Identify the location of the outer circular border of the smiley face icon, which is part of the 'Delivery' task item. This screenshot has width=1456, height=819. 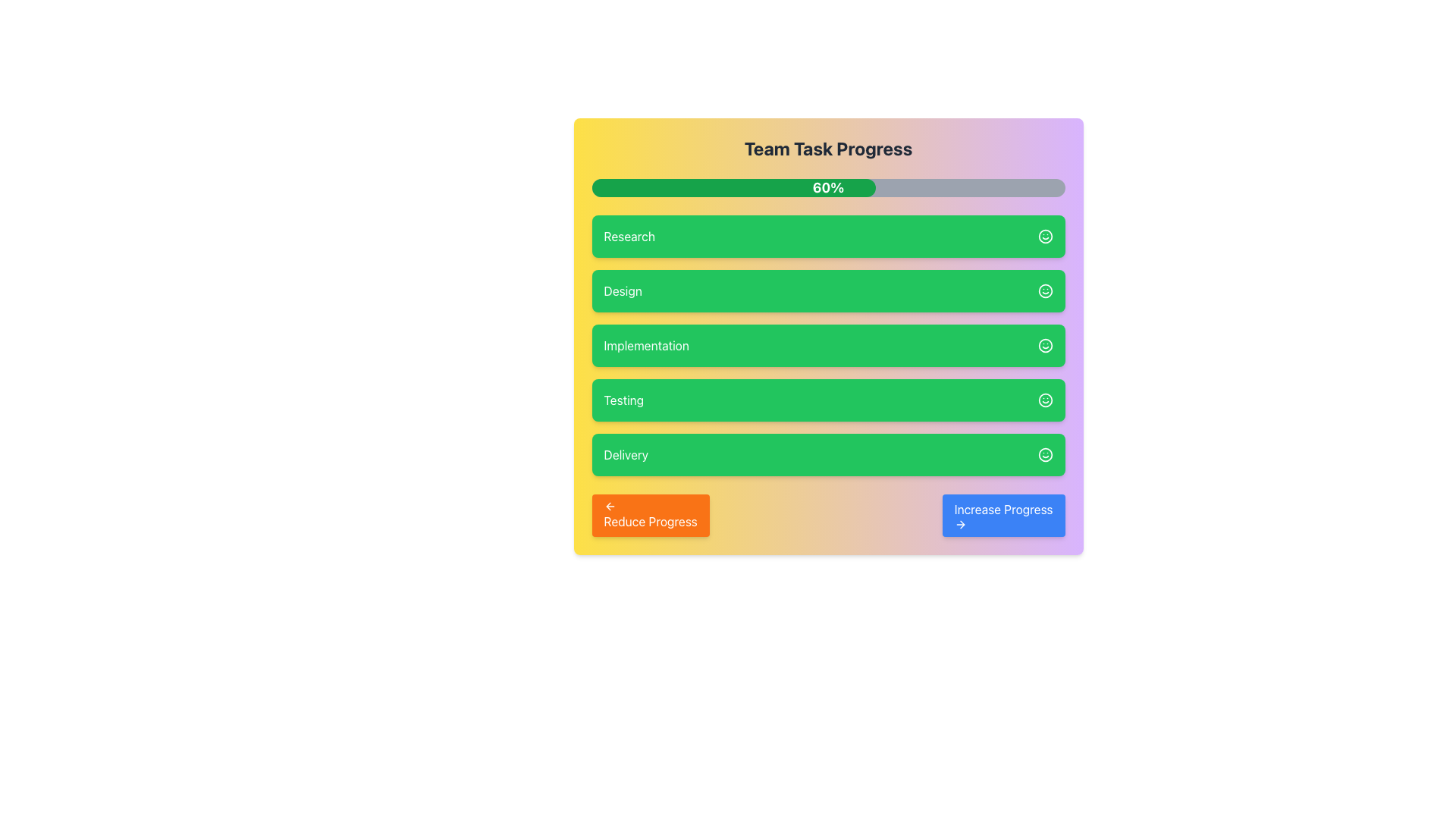
(1044, 454).